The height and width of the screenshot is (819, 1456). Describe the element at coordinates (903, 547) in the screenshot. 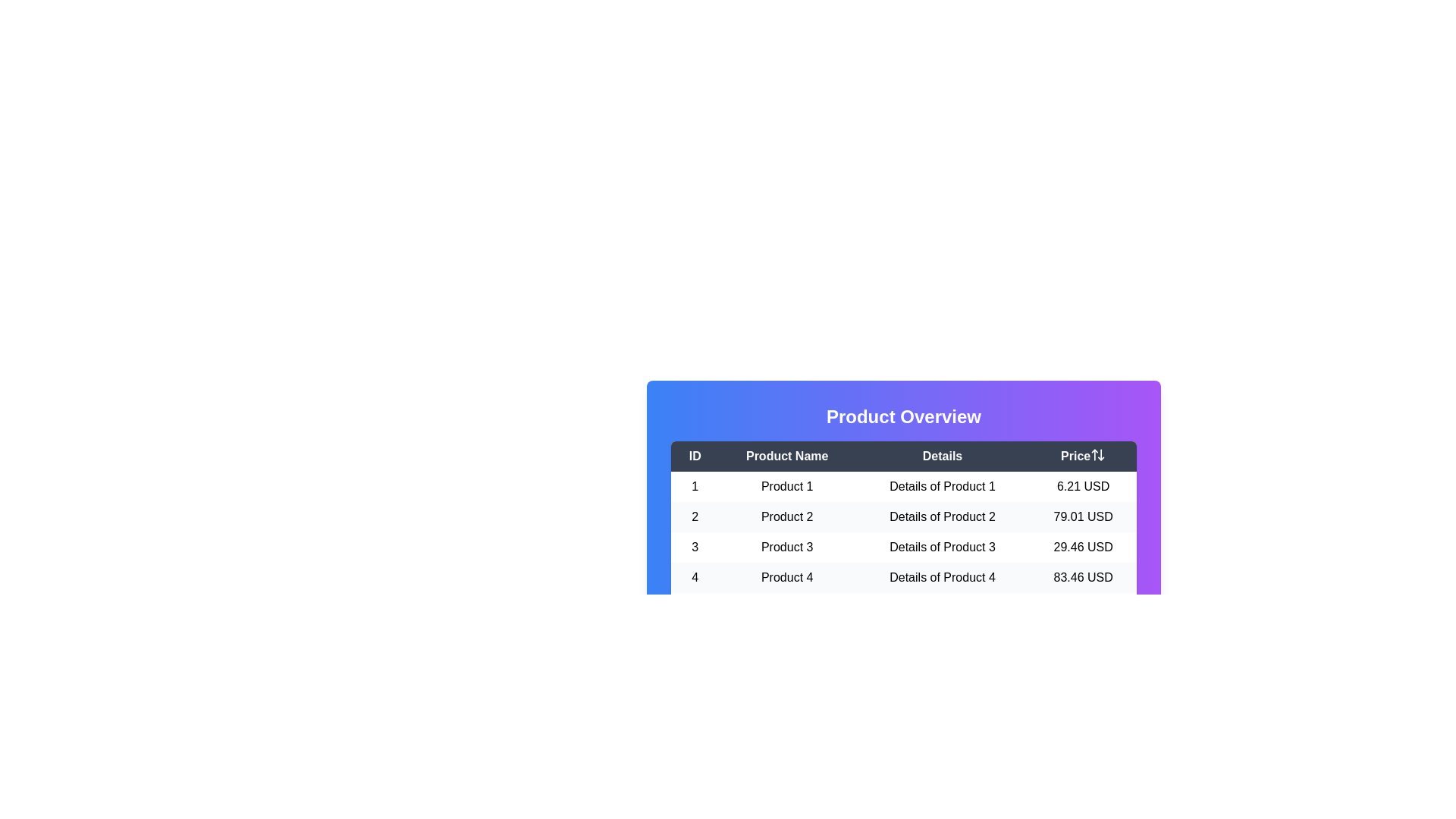

I see `the row corresponding to 3` at that location.